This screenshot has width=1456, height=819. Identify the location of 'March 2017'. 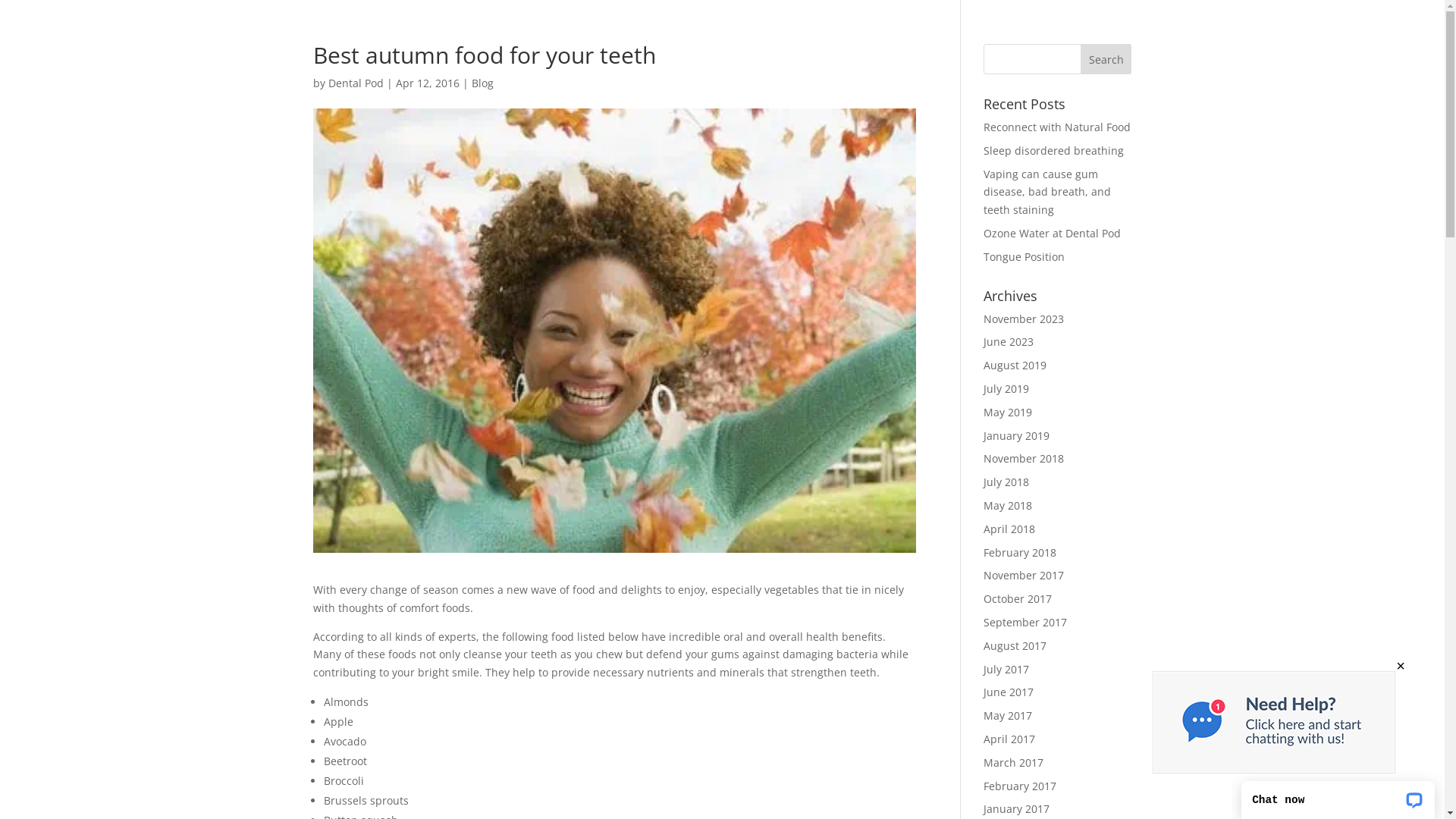
(1013, 762).